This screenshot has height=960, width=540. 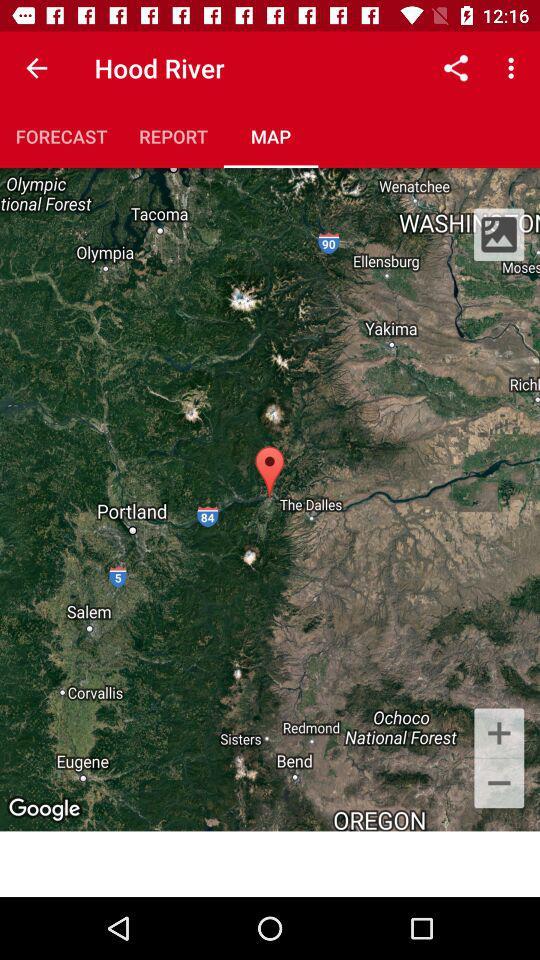 I want to click on the item above the forecast icon, so click(x=36, y=68).